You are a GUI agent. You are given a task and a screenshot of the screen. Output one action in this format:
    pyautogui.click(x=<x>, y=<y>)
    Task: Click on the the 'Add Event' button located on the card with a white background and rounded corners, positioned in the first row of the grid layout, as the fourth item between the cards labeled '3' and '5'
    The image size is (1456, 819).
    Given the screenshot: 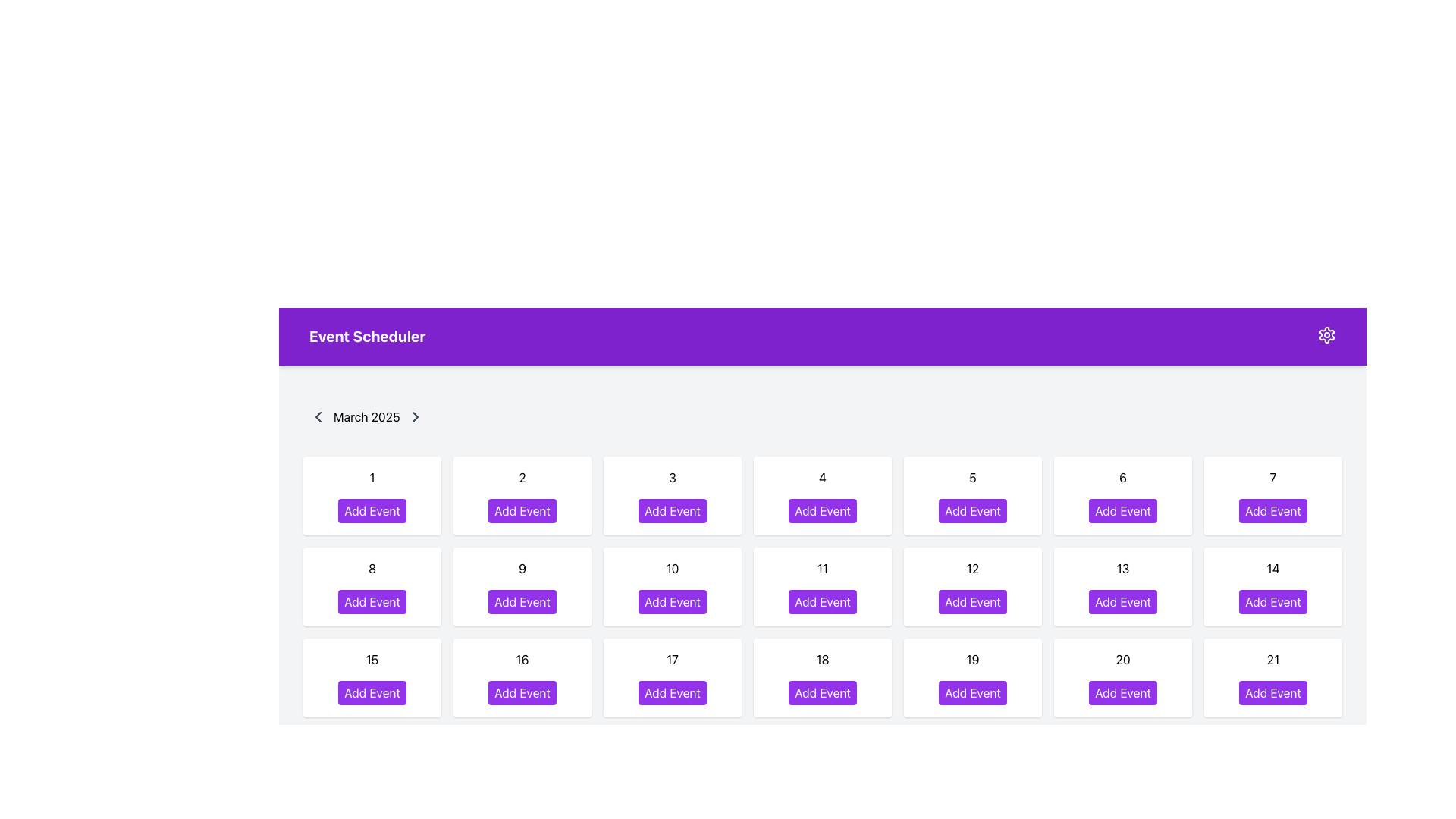 What is the action you would take?
    pyautogui.click(x=821, y=496)
    